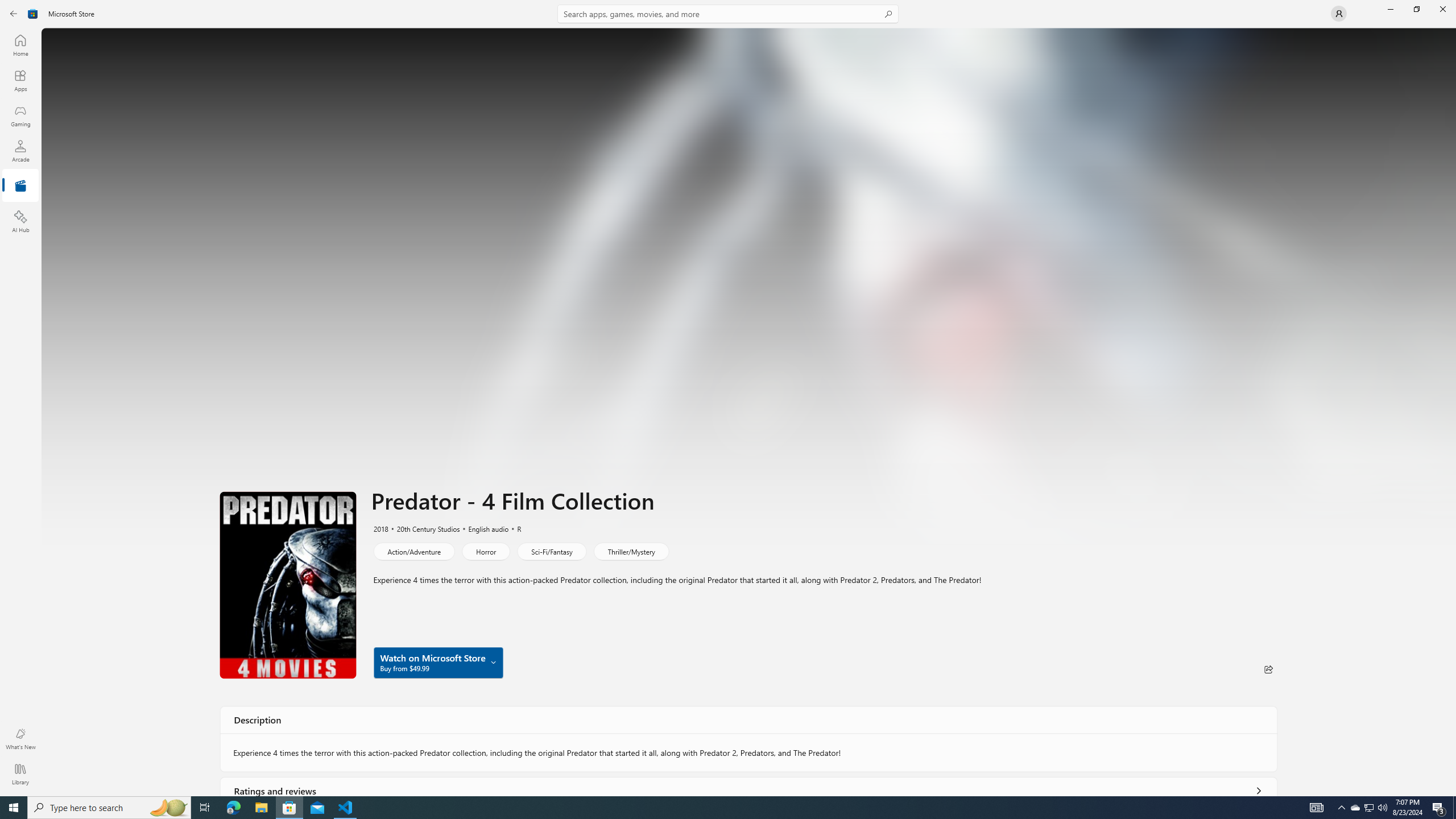 The image size is (1456, 819). What do you see at coordinates (14, 13) in the screenshot?
I see `'Back'` at bounding box center [14, 13].